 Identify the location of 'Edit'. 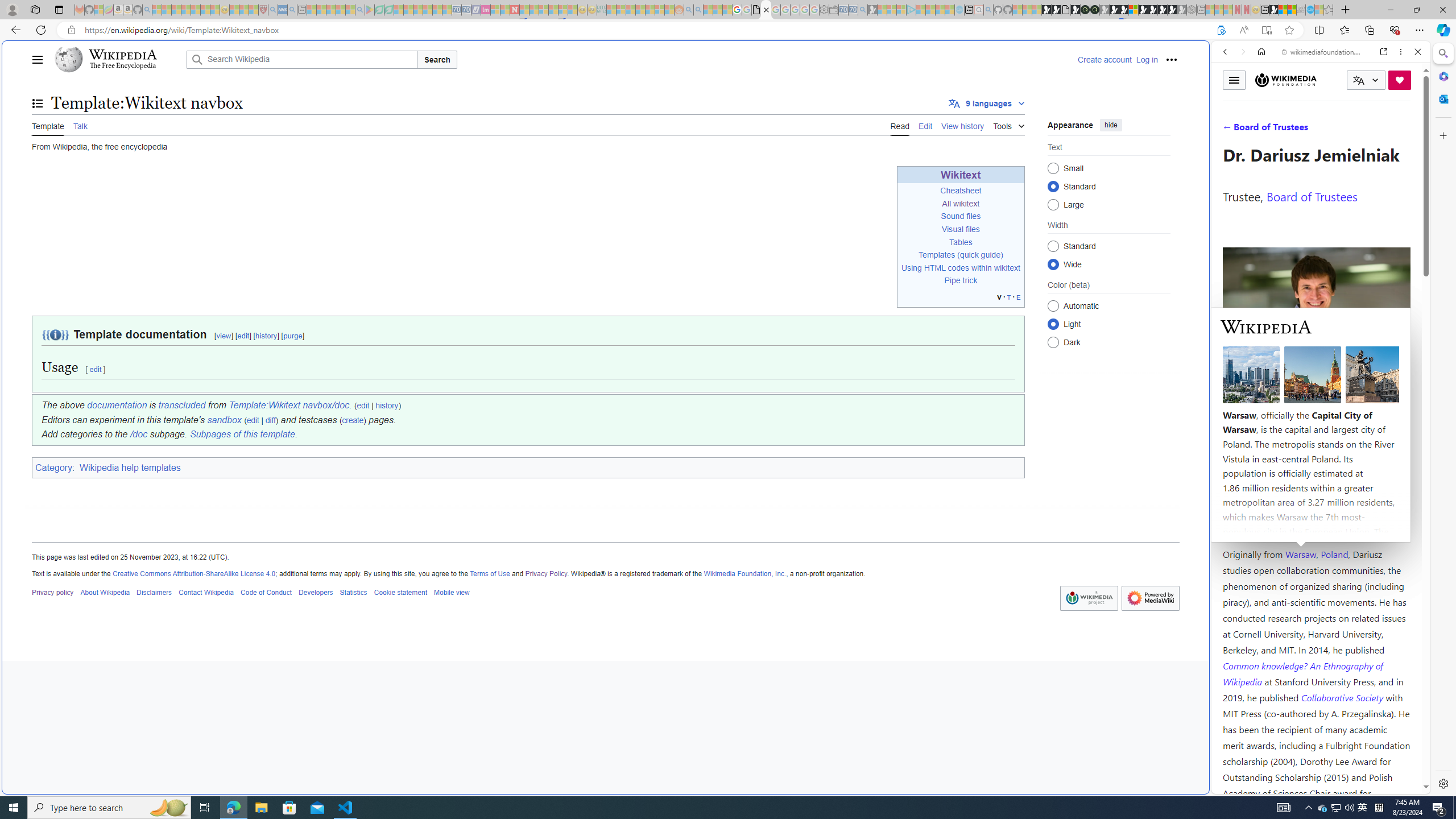
(925, 125).